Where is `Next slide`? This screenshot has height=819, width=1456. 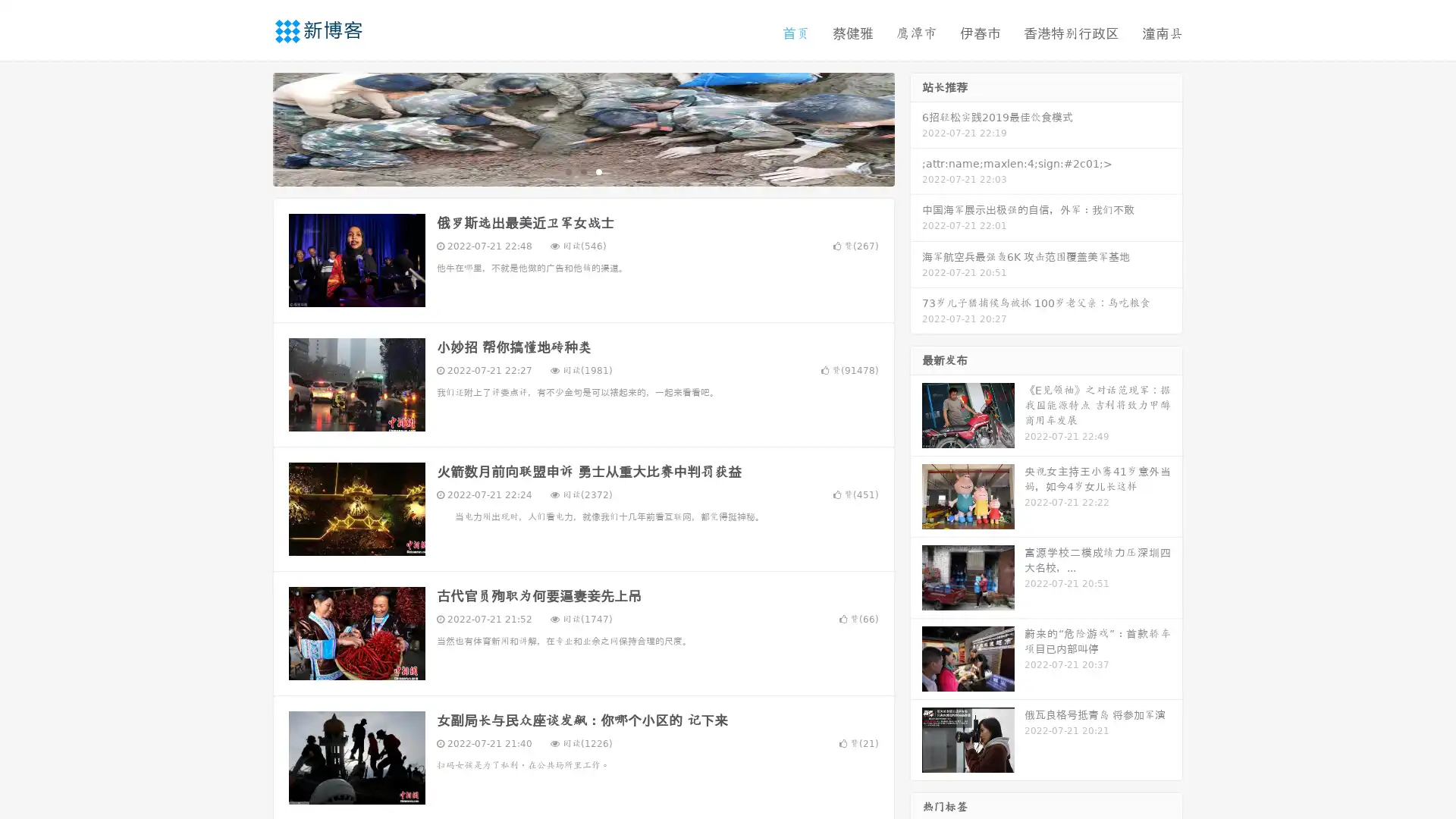 Next slide is located at coordinates (916, 127).